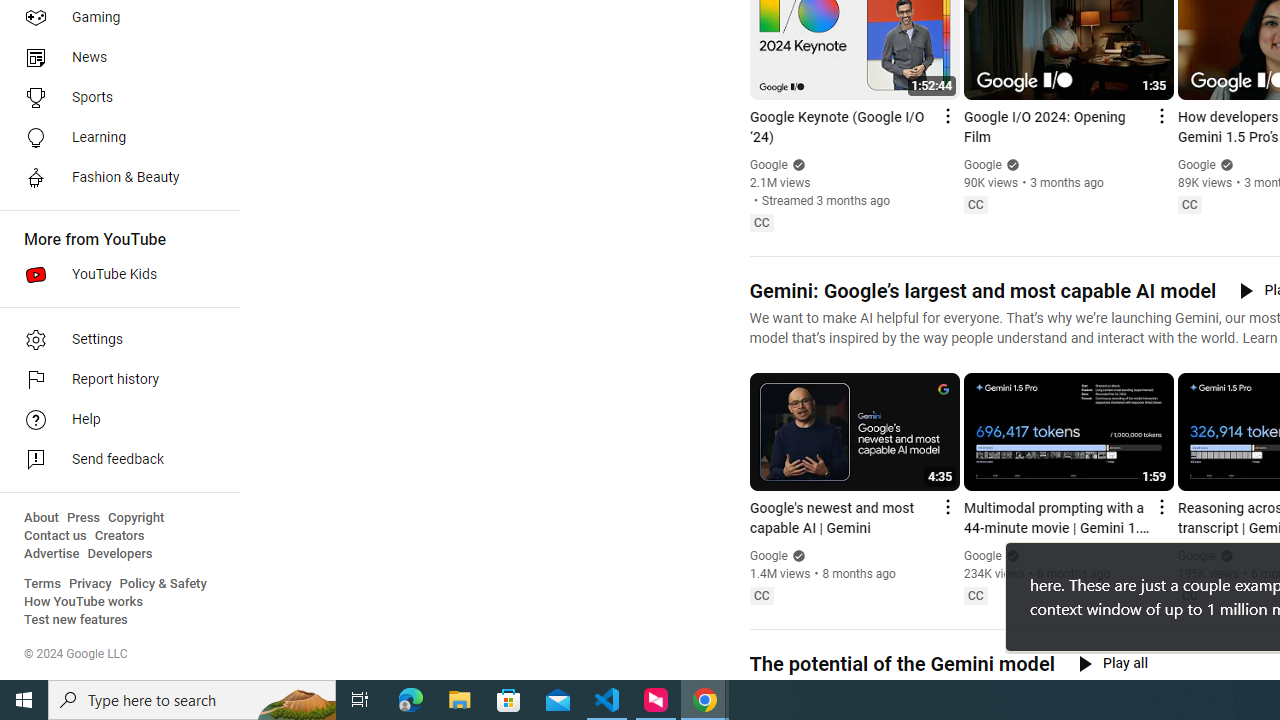  What do you see at coordinates (89, 584) in the screenshot?
I see `'Privacy'` at bounding box center [89, 584].